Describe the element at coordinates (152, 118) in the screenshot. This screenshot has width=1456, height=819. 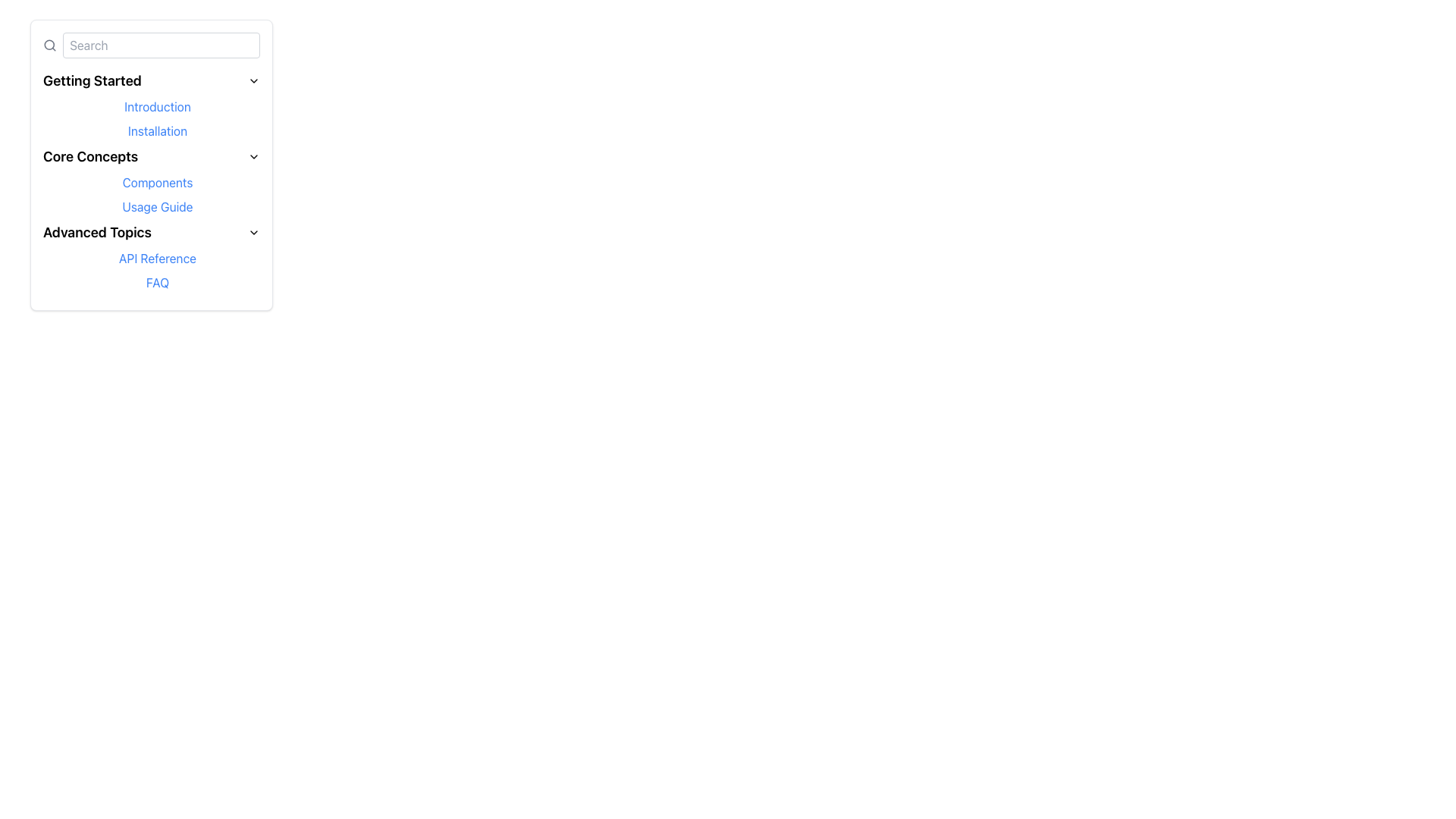
I see `the navigational links labeled 'Introduction' and 'Installation' in the side navigation menu` at that location.